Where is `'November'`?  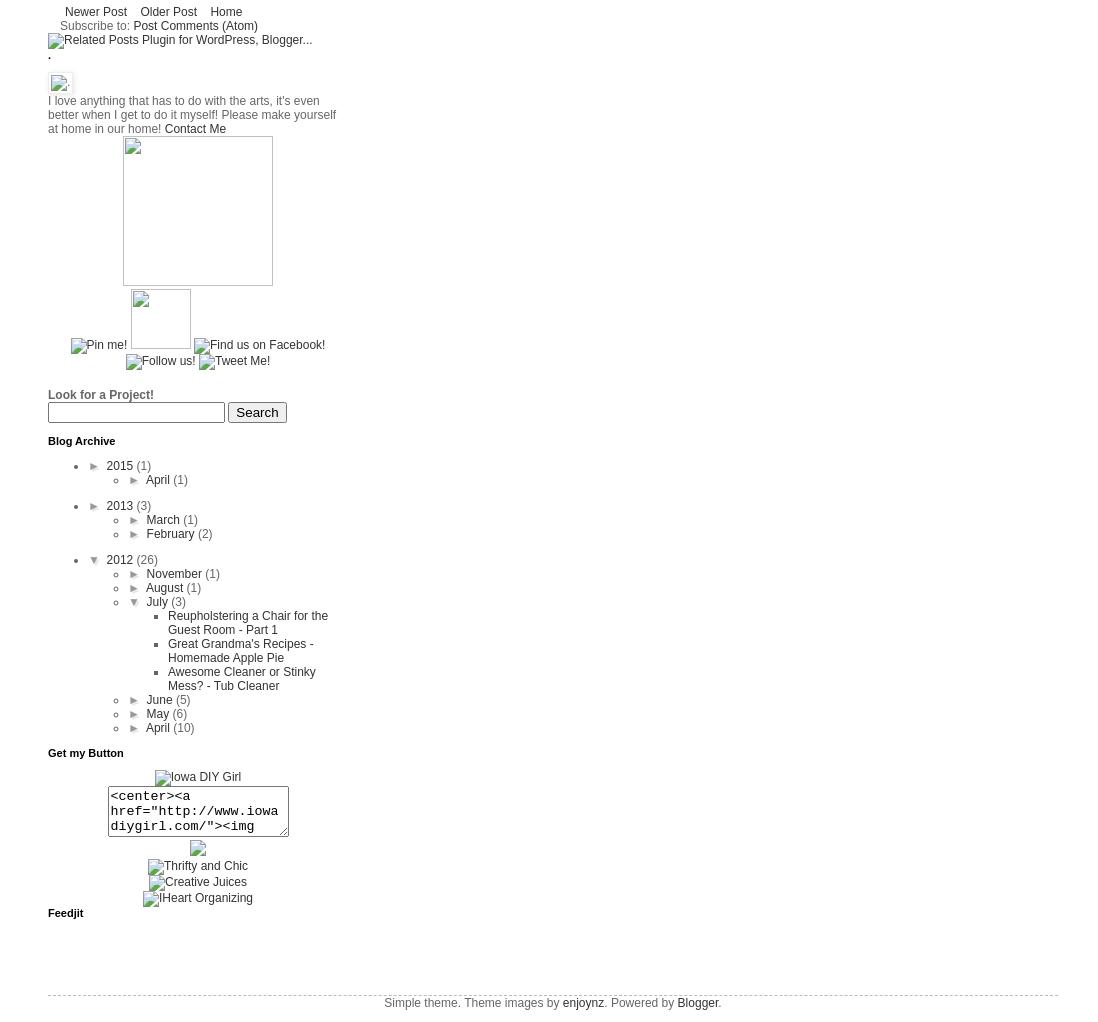
'November' is located at coordinates (175, 573).